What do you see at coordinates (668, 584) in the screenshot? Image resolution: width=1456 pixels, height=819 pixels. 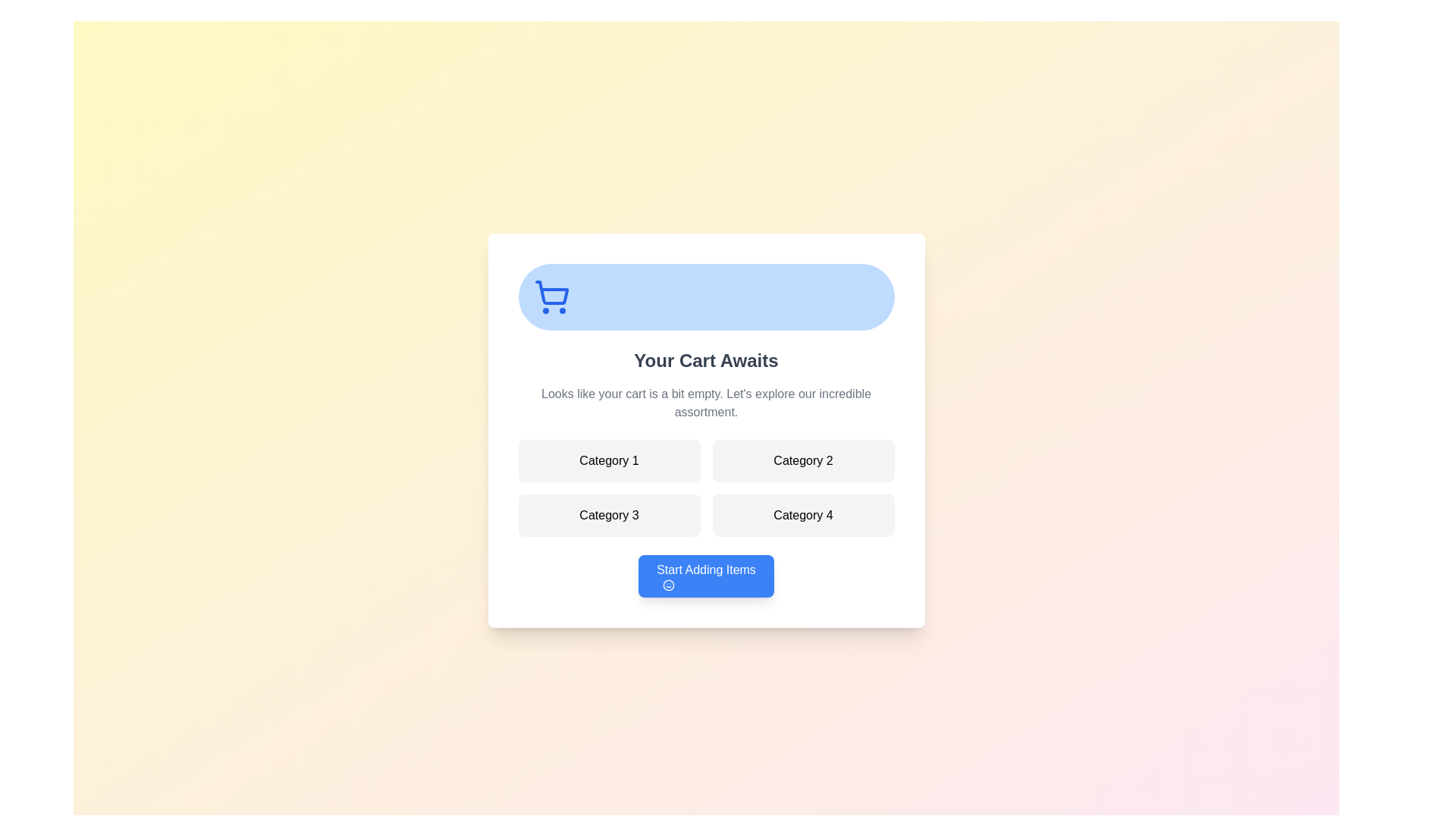 I see `the 'Start Adding Items' button, which contains the decorative icon on its left side, to initiate the item addition process` at bounding box center [668, 584].